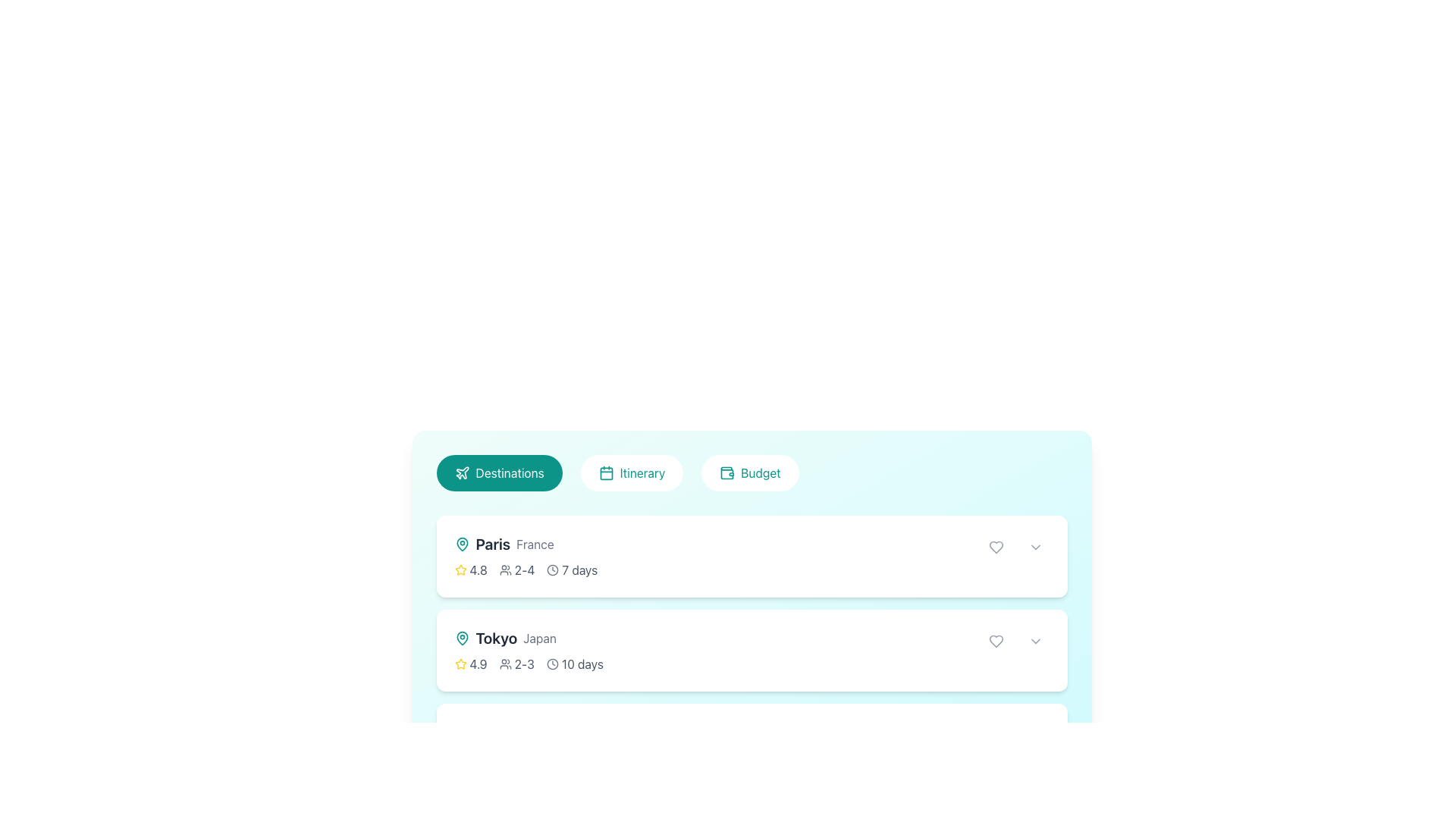 The image size is (1456, 819). Describe the element at coordinates (493, 543) in the screenshot. I see `the static text element displaying the name 'Paris', which is the second item in a horizontal layout, located in a travel destination list` at that location.